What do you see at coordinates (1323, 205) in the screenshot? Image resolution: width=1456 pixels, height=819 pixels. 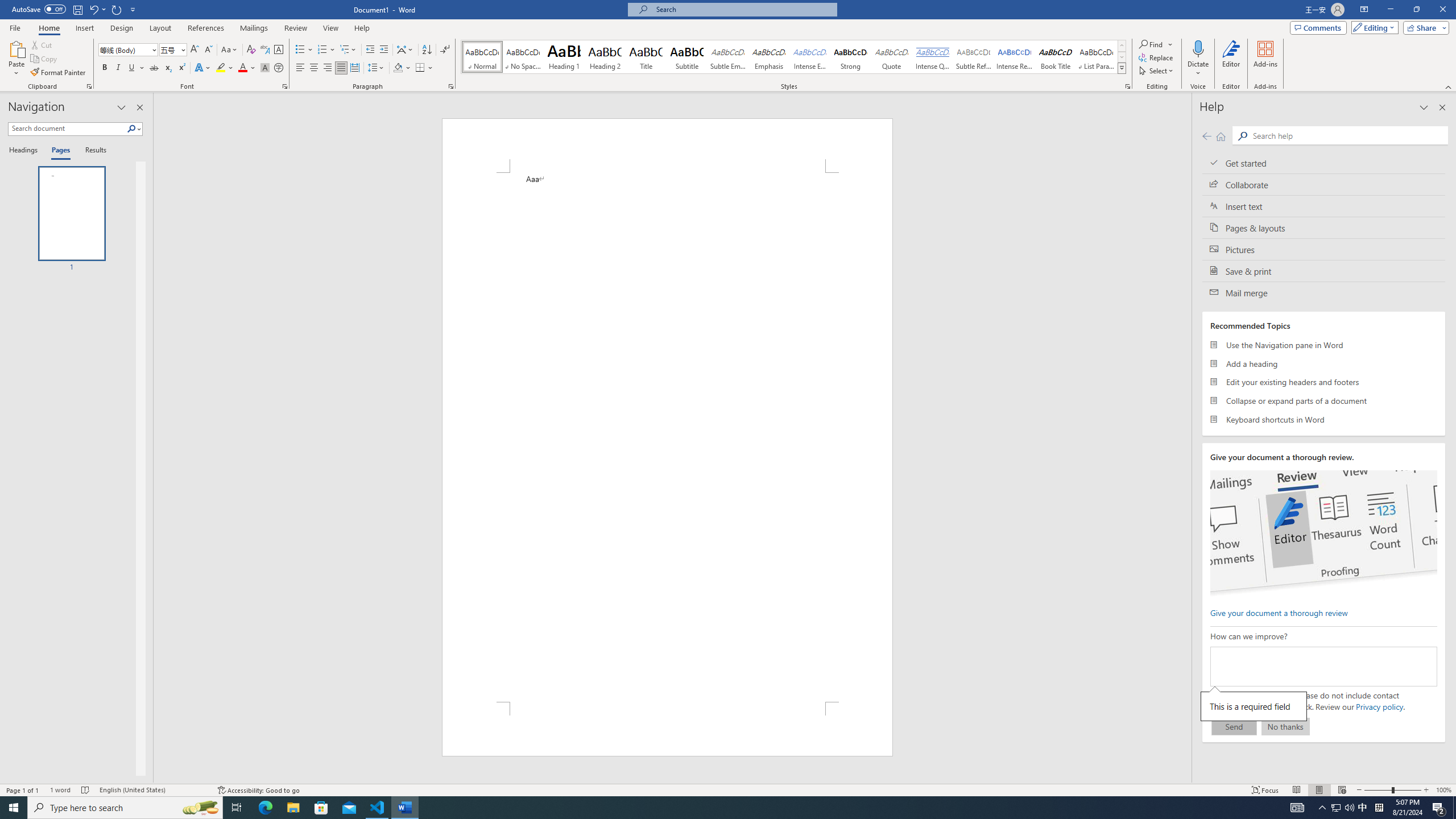 I see `'Insert text'` at bounding box center [1323, 205].